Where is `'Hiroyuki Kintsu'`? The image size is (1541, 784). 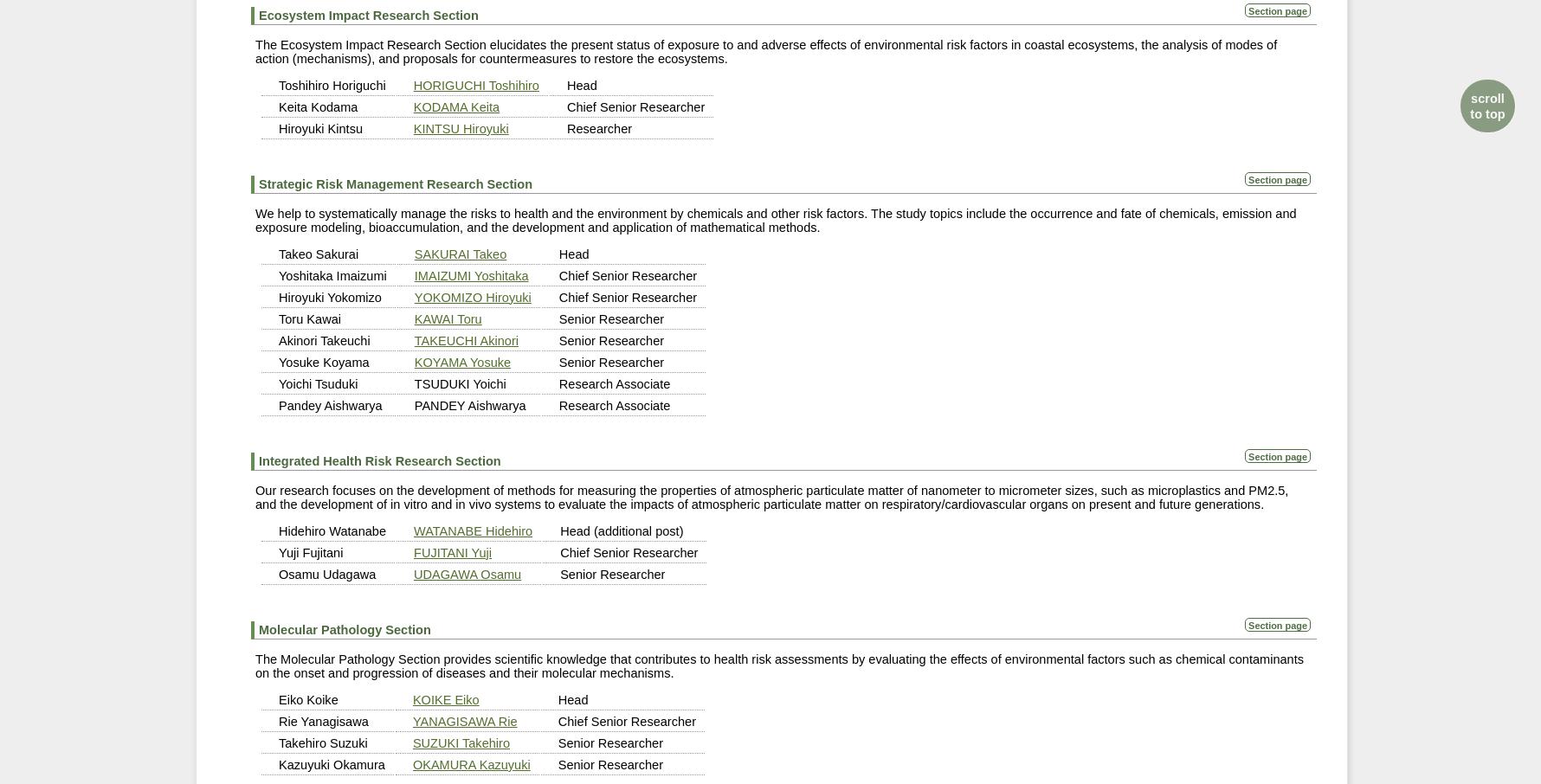
'Hiroyuki Kintsu' is located at coordinates (320, 128).